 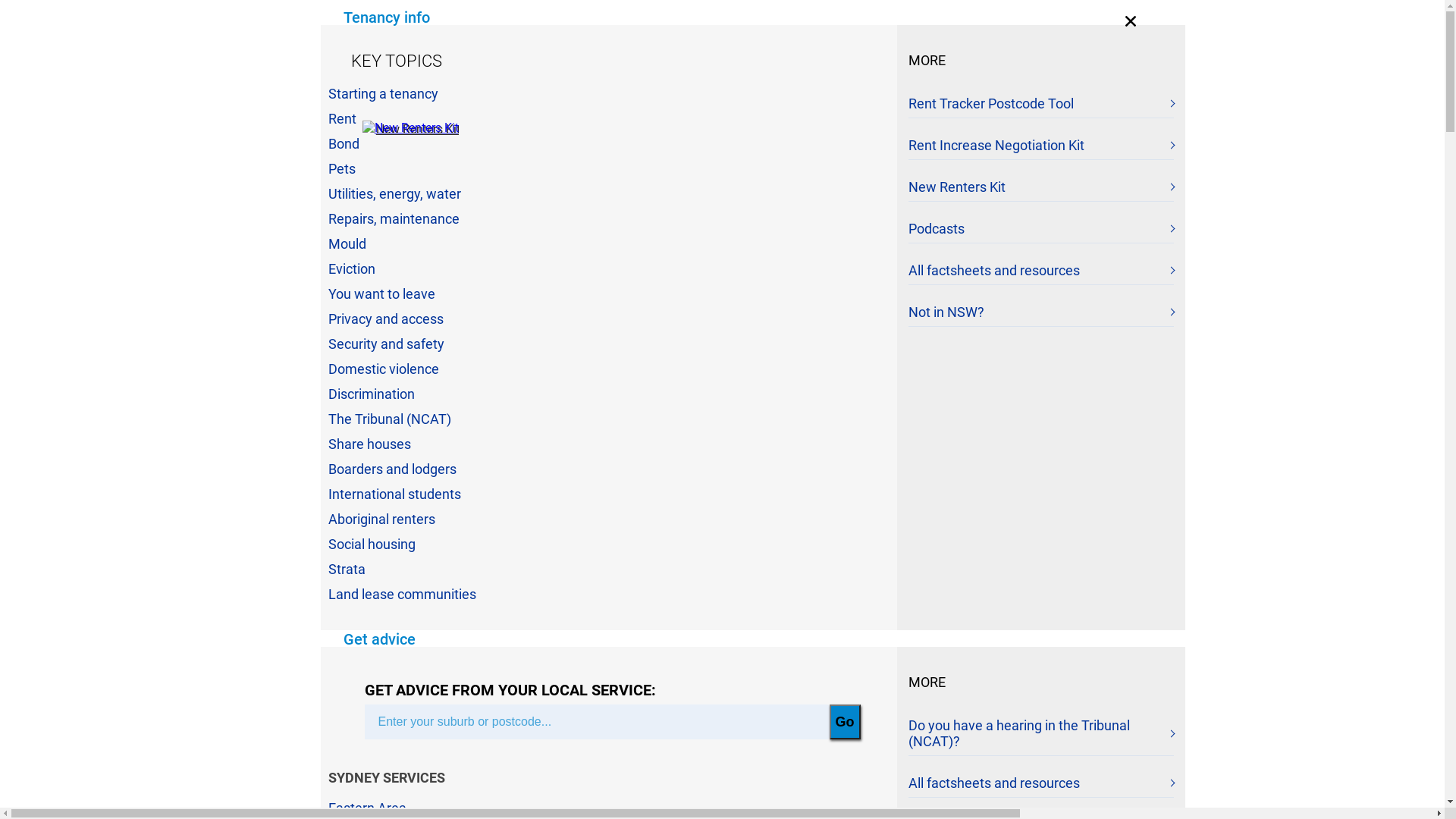 I want to click on 'Eastern Area', so click(x=327, y=807).